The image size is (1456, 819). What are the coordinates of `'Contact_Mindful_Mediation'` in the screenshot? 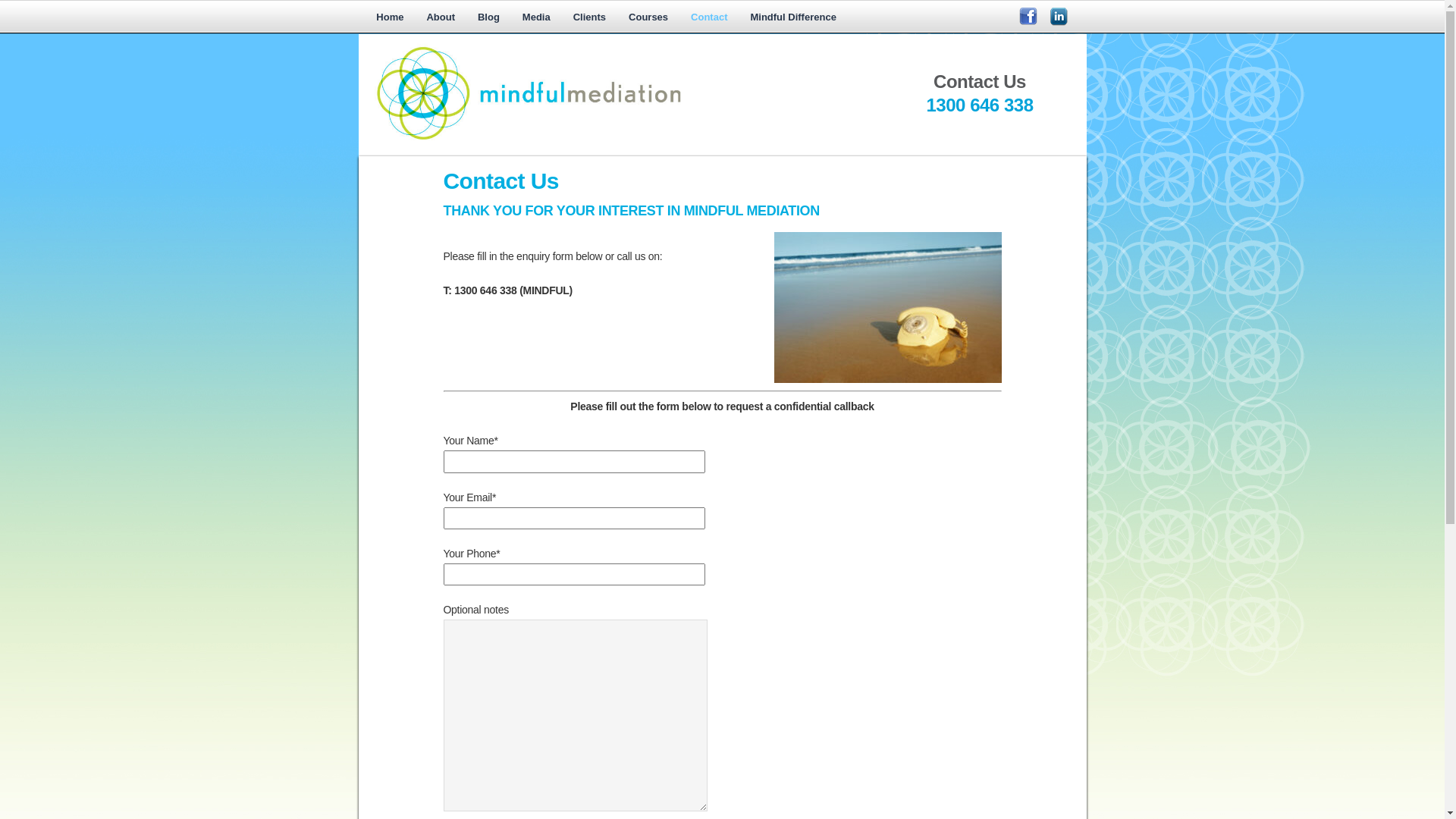 It's located at (887, 307).